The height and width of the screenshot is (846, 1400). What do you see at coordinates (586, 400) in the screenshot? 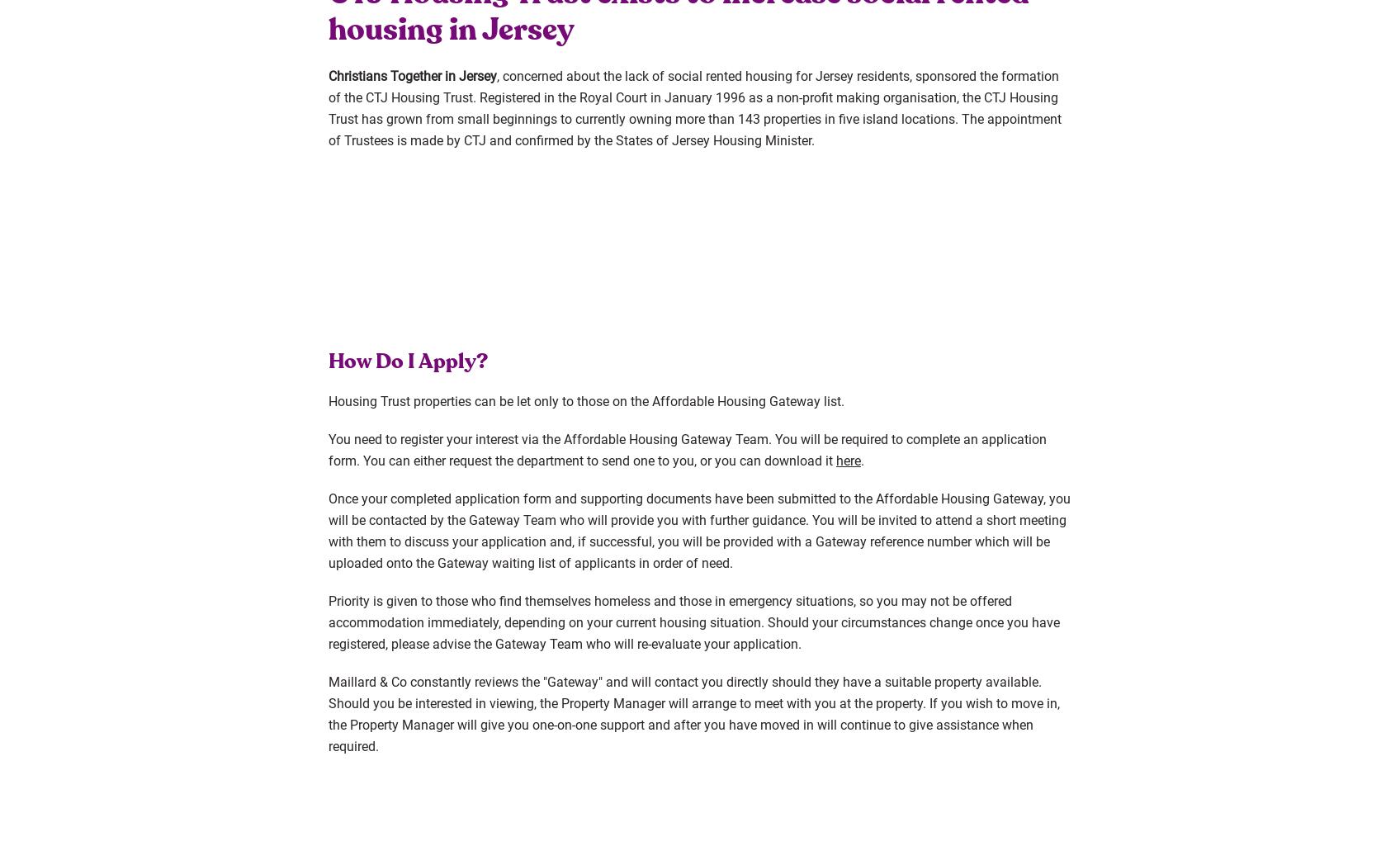
I see `'Housing Trust properties can be let only to those on the Affordable Housing Gateway list.'` at bounding box center [586, 400].